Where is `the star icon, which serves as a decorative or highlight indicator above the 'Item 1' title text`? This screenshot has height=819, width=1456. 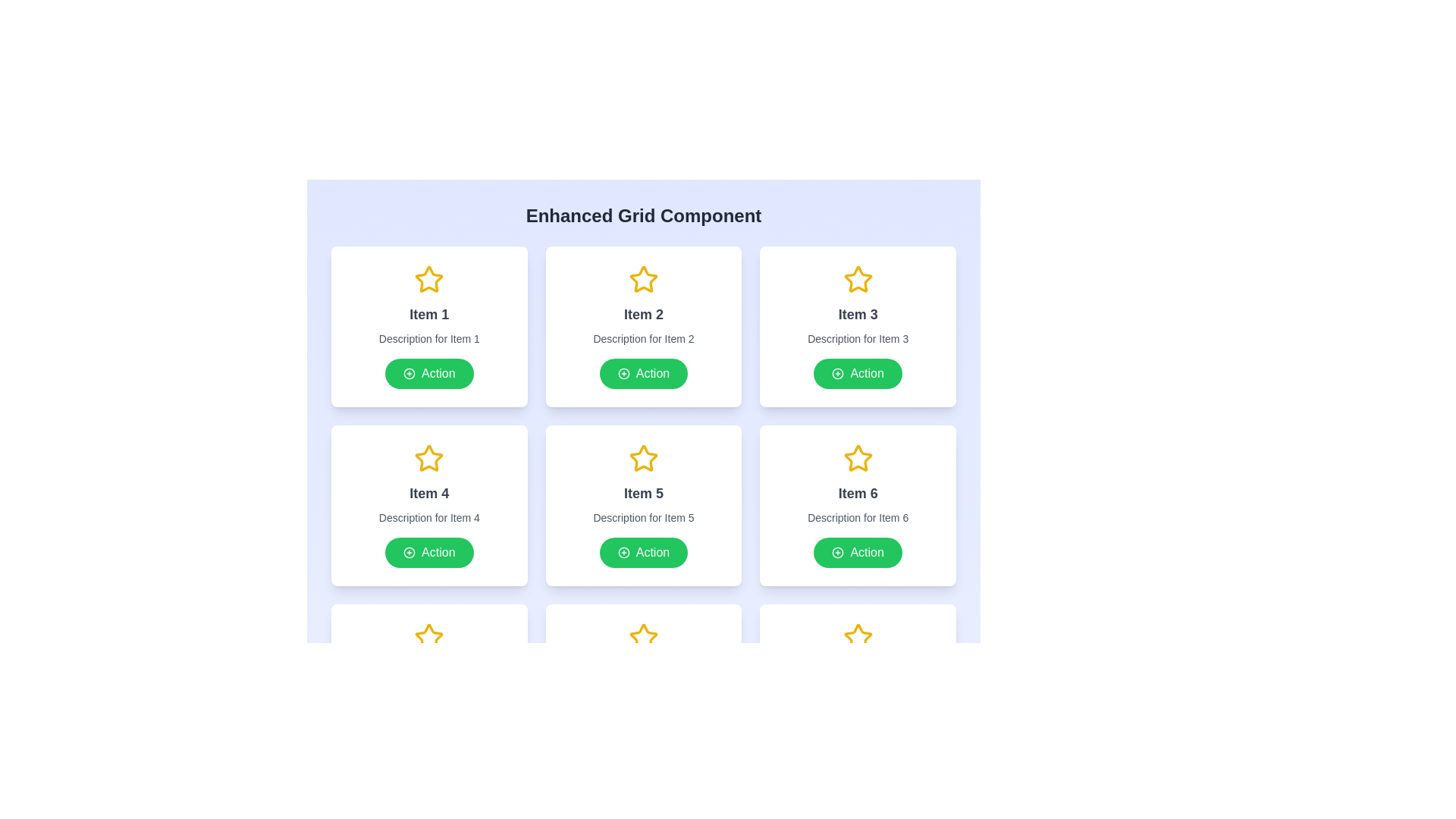 the star icon, which serves as a decorative or highlight indicator above the 'Item 1' title text is located at coordinates (428, 280).